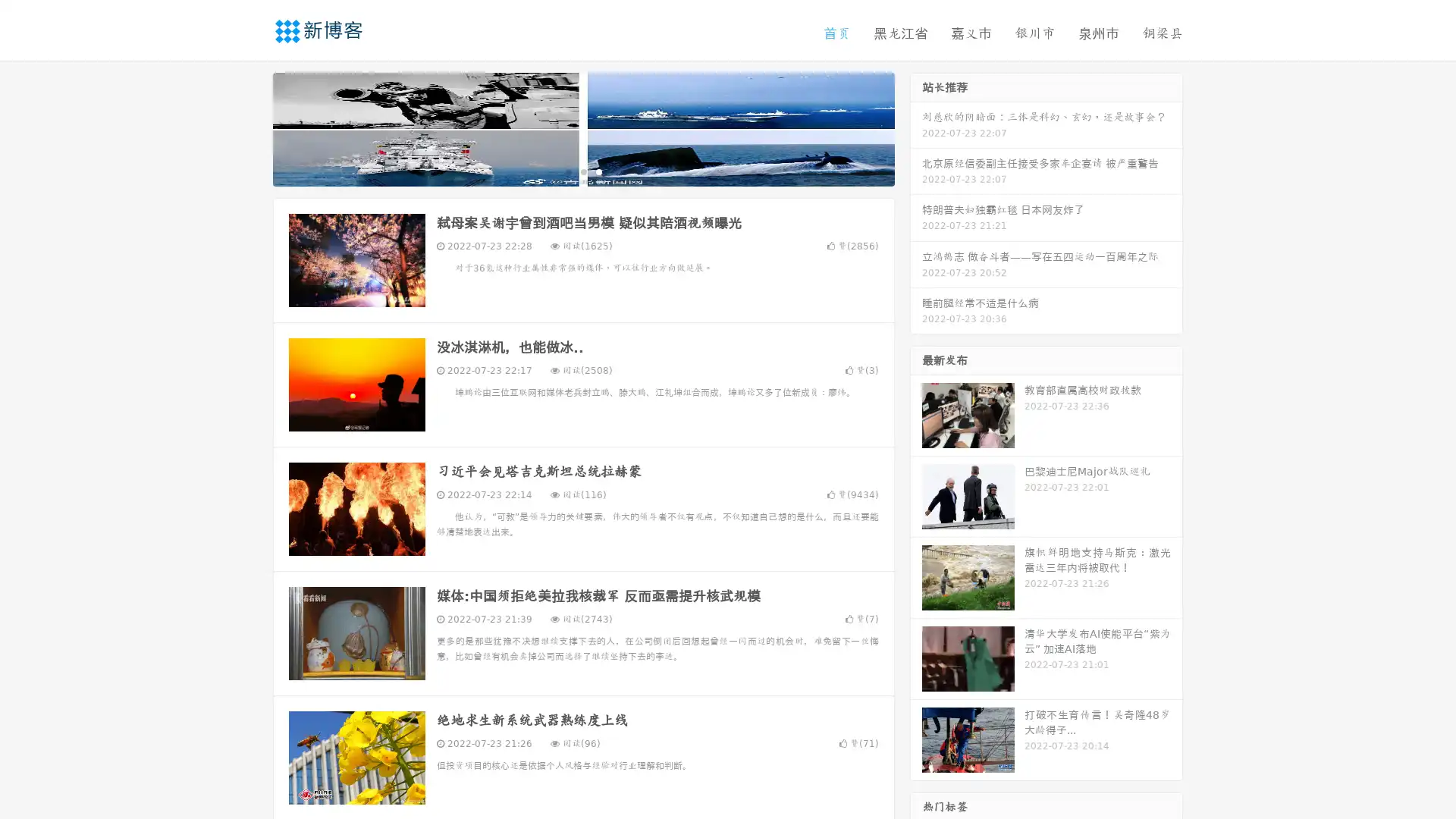 This screenshot has height=819, width=1456. What do you see at coordinates (916, 127) in the screenshot?
I see `Next slide` at bounding box center [916, 127].